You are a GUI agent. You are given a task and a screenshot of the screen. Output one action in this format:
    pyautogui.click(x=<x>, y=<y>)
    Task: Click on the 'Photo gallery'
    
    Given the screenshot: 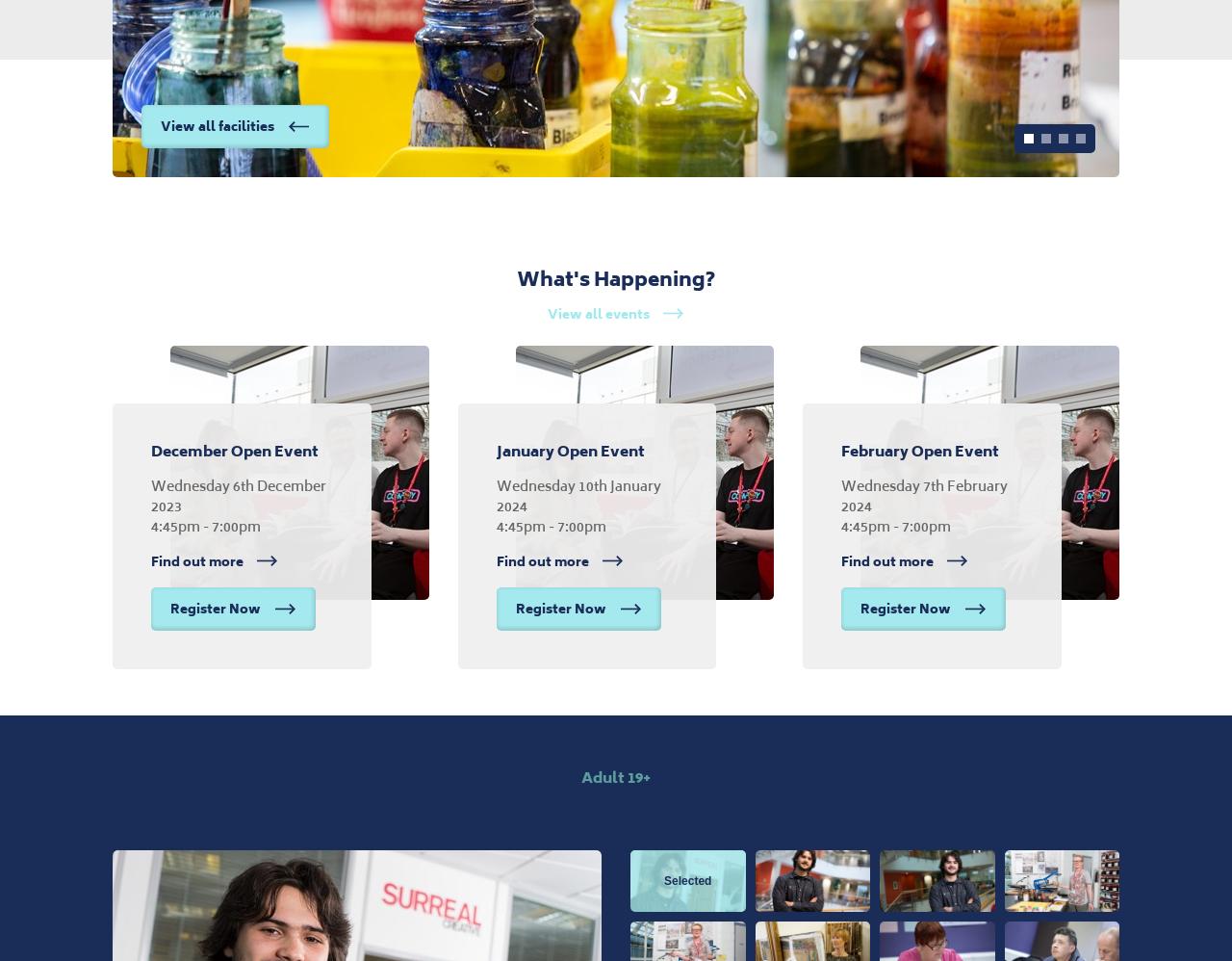 What is the action you would take?
    pyautogui.click(x=613, y=806)
    